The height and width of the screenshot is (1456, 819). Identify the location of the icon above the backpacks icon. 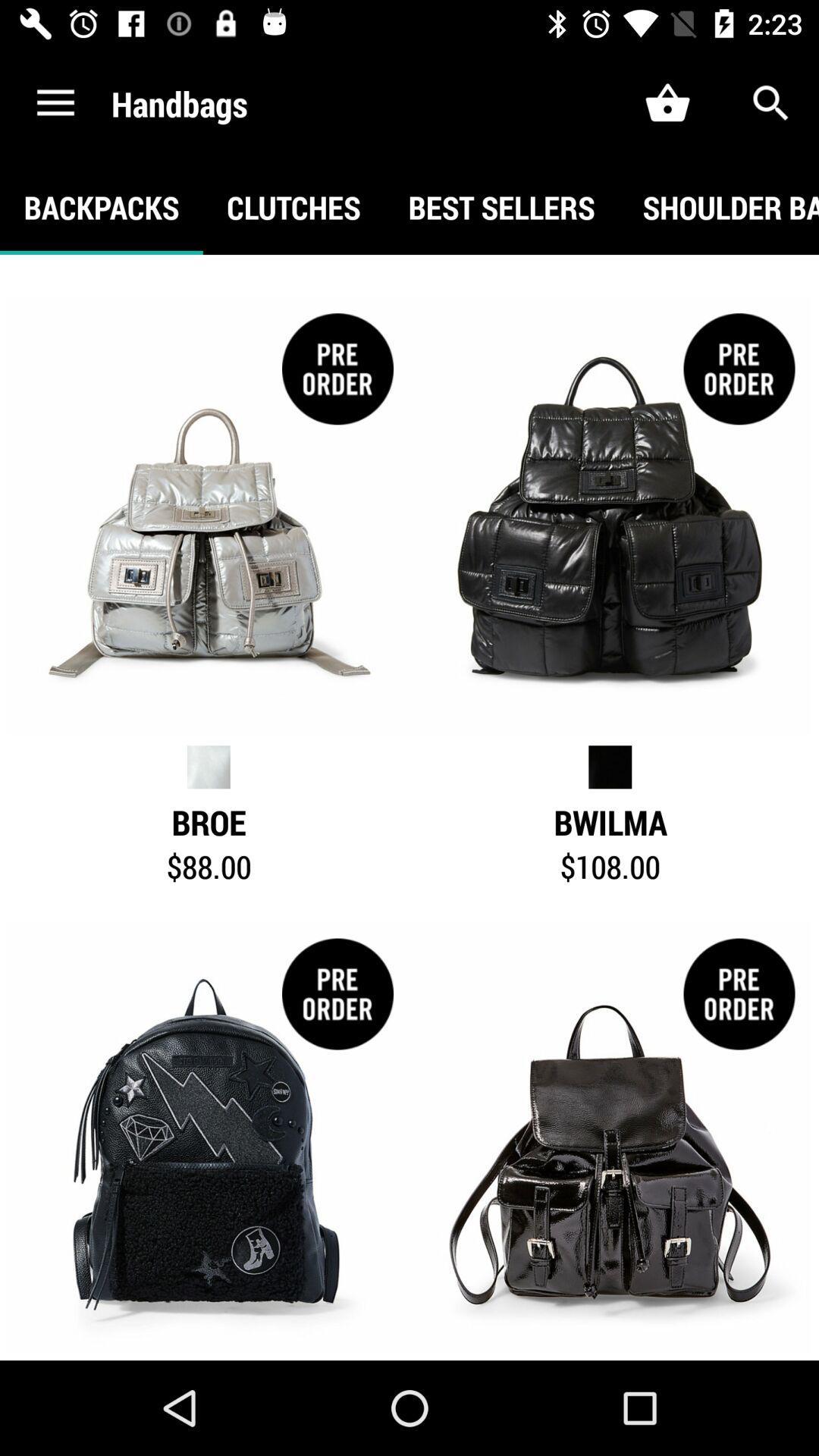
(55, 102).